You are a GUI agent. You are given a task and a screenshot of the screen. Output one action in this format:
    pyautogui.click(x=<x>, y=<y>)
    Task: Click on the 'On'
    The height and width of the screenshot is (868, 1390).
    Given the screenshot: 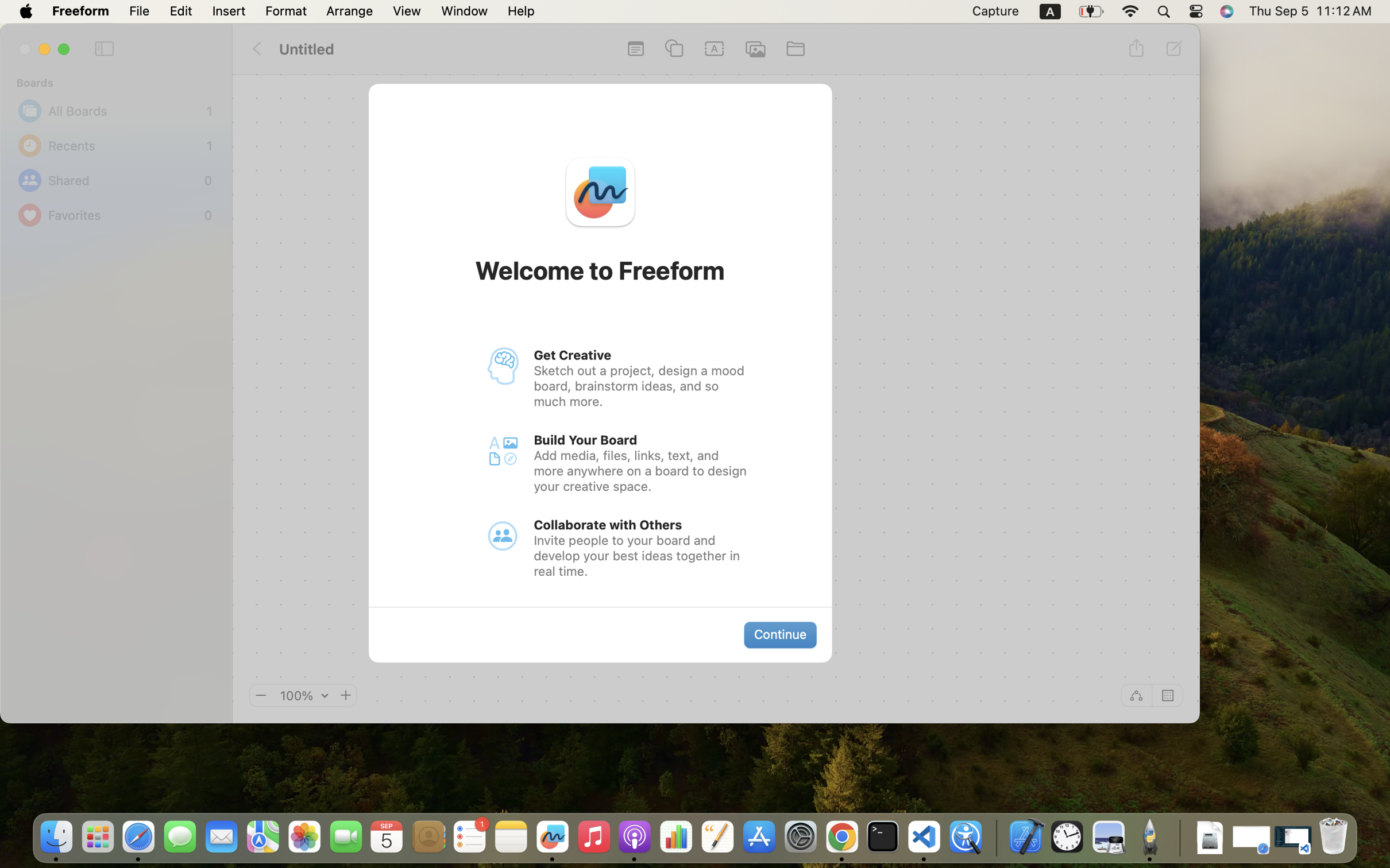 What is the action you would take?
    pyautogui.click(x=1168, y=695)
    